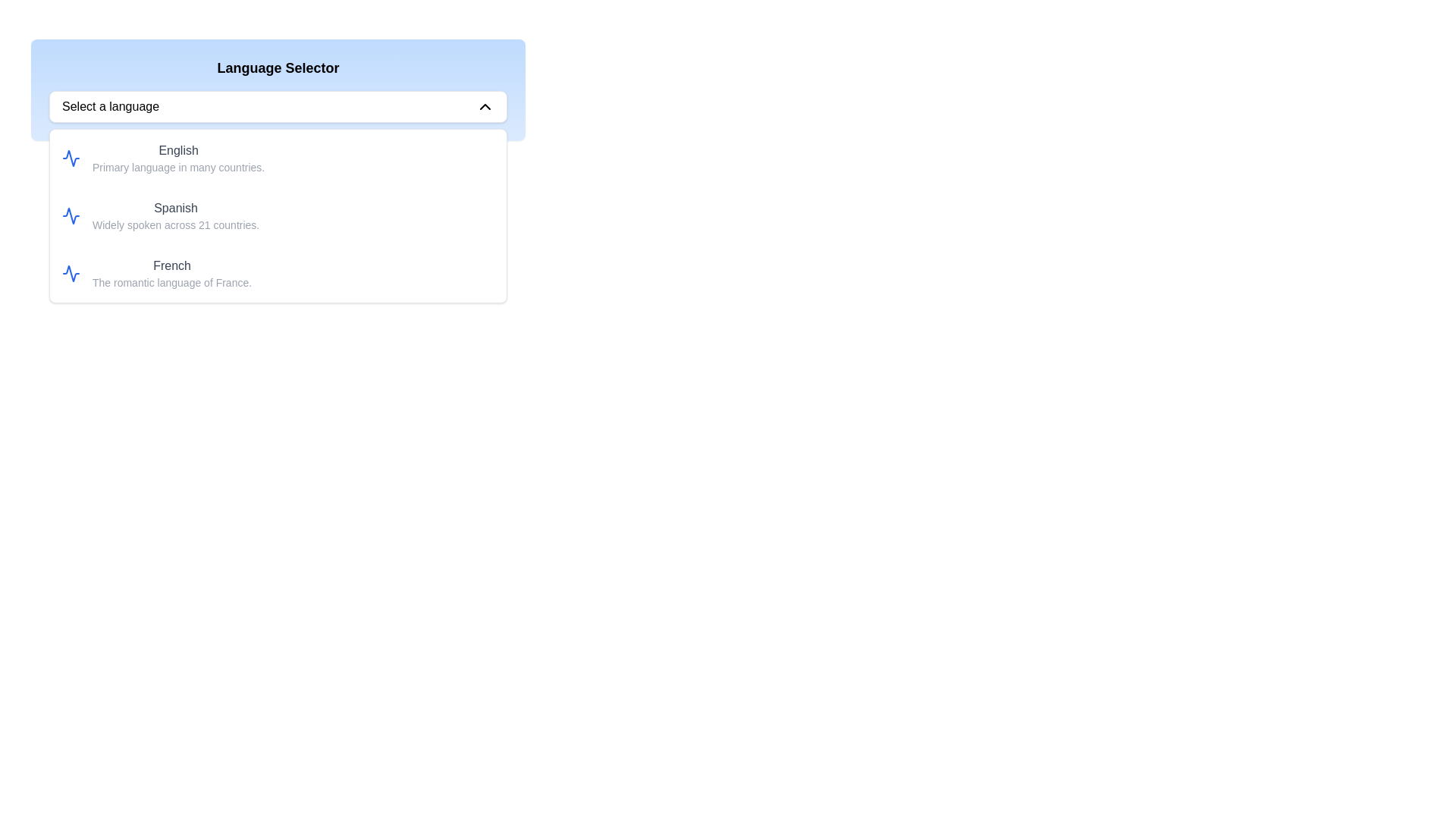 This screenshot has height=819, width=1456. I want to click on the Dropdown menu button located in the 'Language Selector' section, so click(278, 106).